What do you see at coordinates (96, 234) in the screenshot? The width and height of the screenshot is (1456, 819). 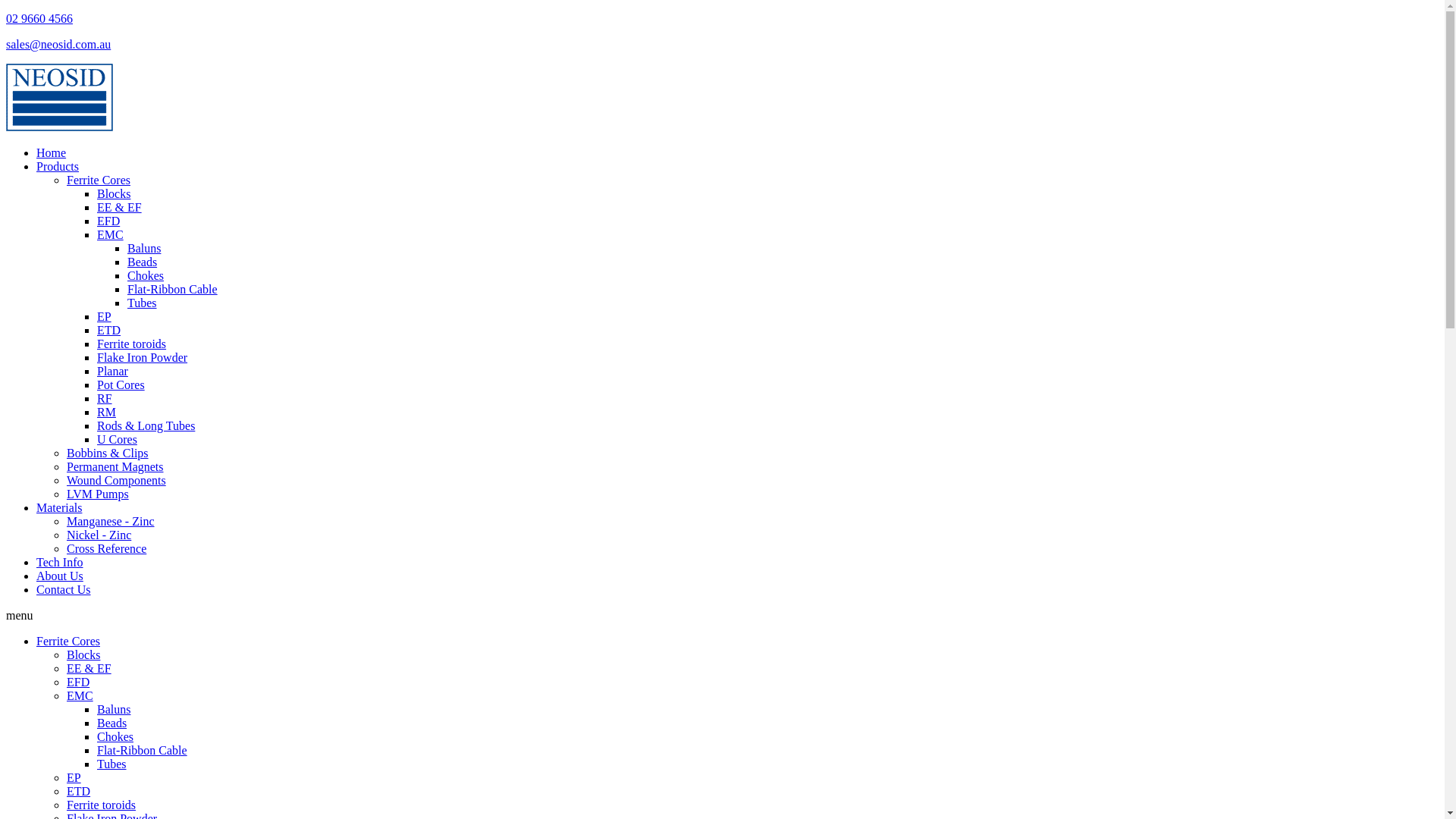 I see `'EMC'` at bounding box center [96, 234].